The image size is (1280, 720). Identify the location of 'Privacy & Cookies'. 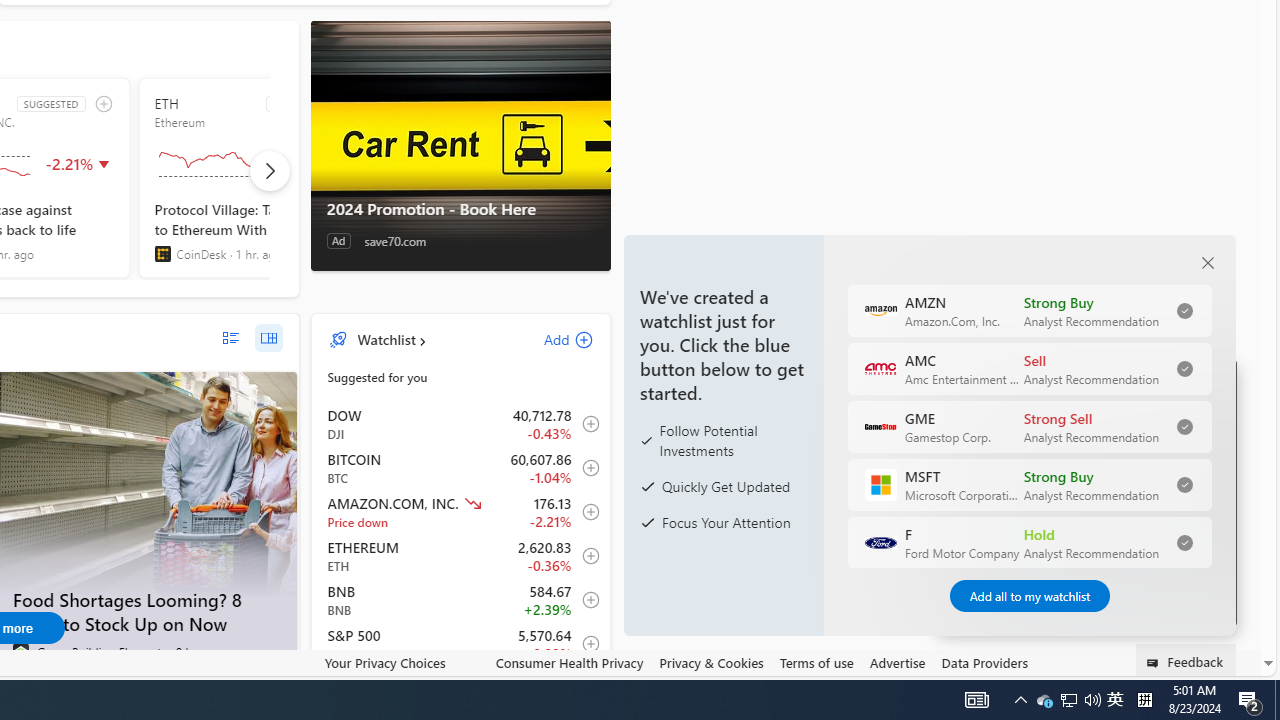
(711, 662).